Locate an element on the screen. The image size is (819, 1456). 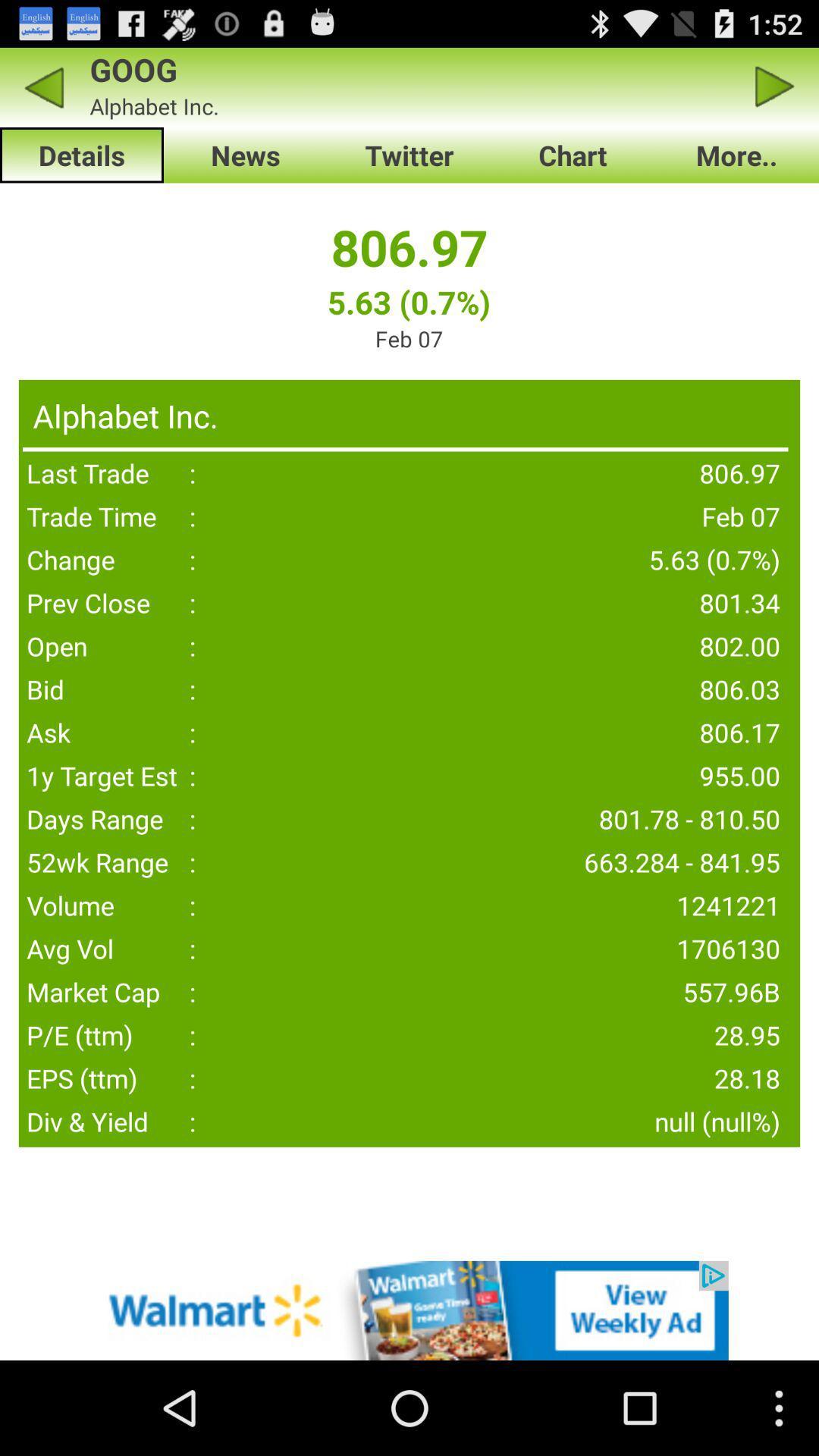
previous is located at coordinates (775, 86).